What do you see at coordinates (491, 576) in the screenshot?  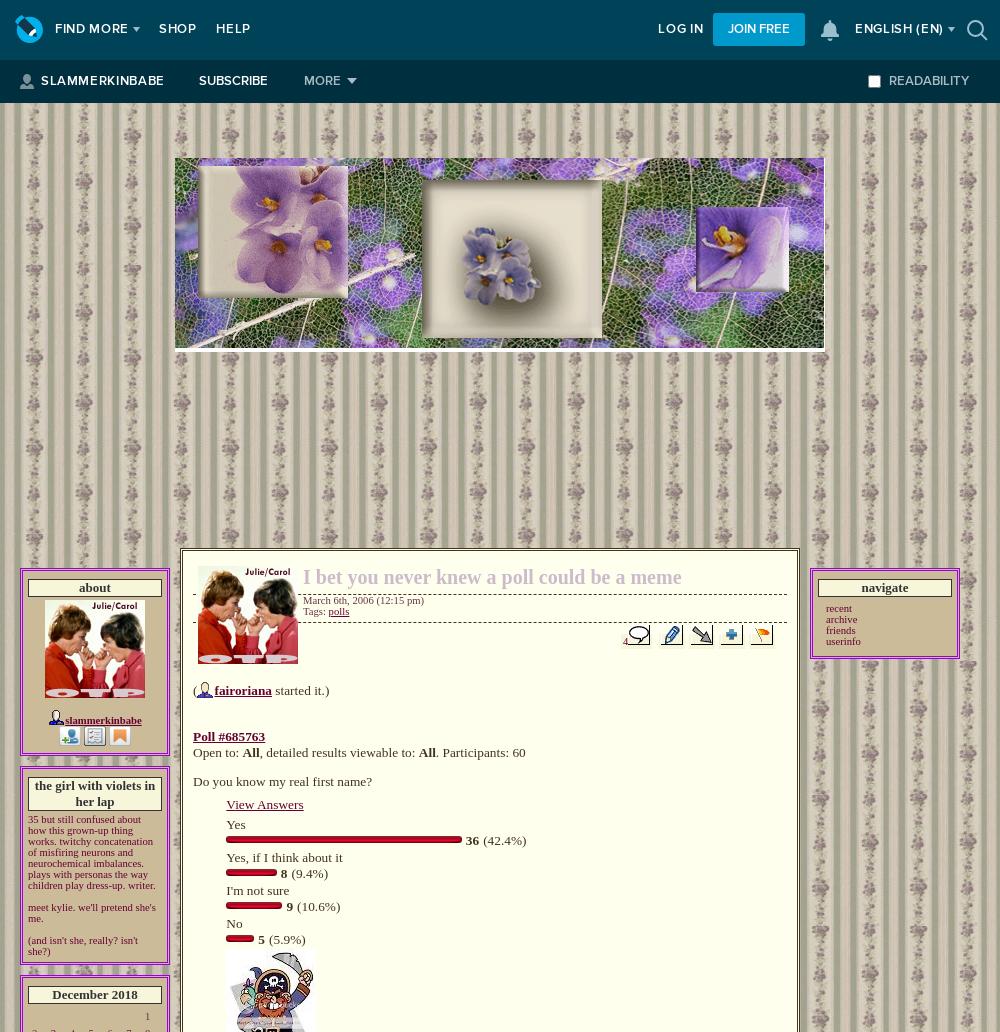 I see `'I bet you never knew a poll could be a meme'` at bounding box center [491, 576].